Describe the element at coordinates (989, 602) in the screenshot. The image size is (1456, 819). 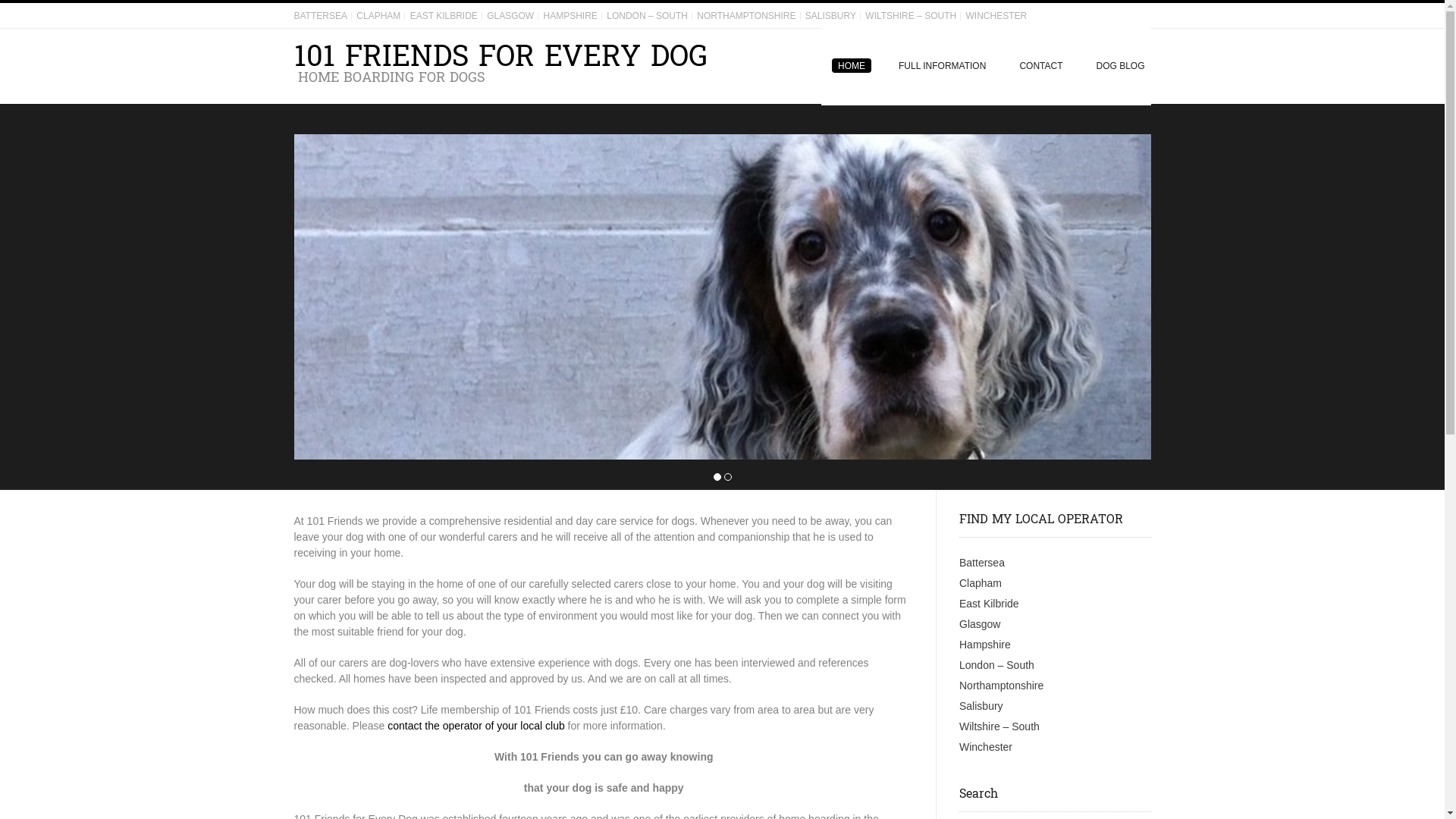
I see `'East Kilbride'` at that location.